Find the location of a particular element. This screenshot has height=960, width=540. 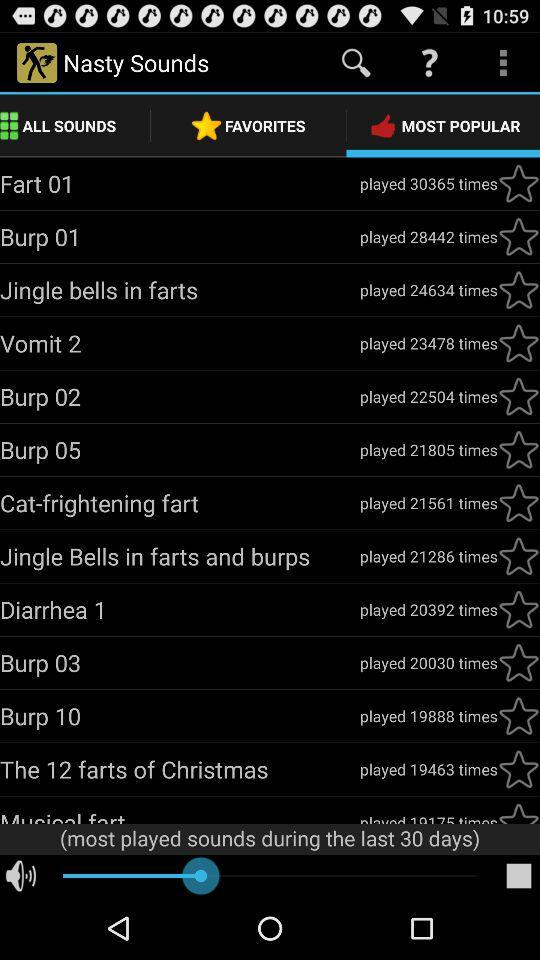

the fifth star under the most popular is located at coordinates (518, 395).